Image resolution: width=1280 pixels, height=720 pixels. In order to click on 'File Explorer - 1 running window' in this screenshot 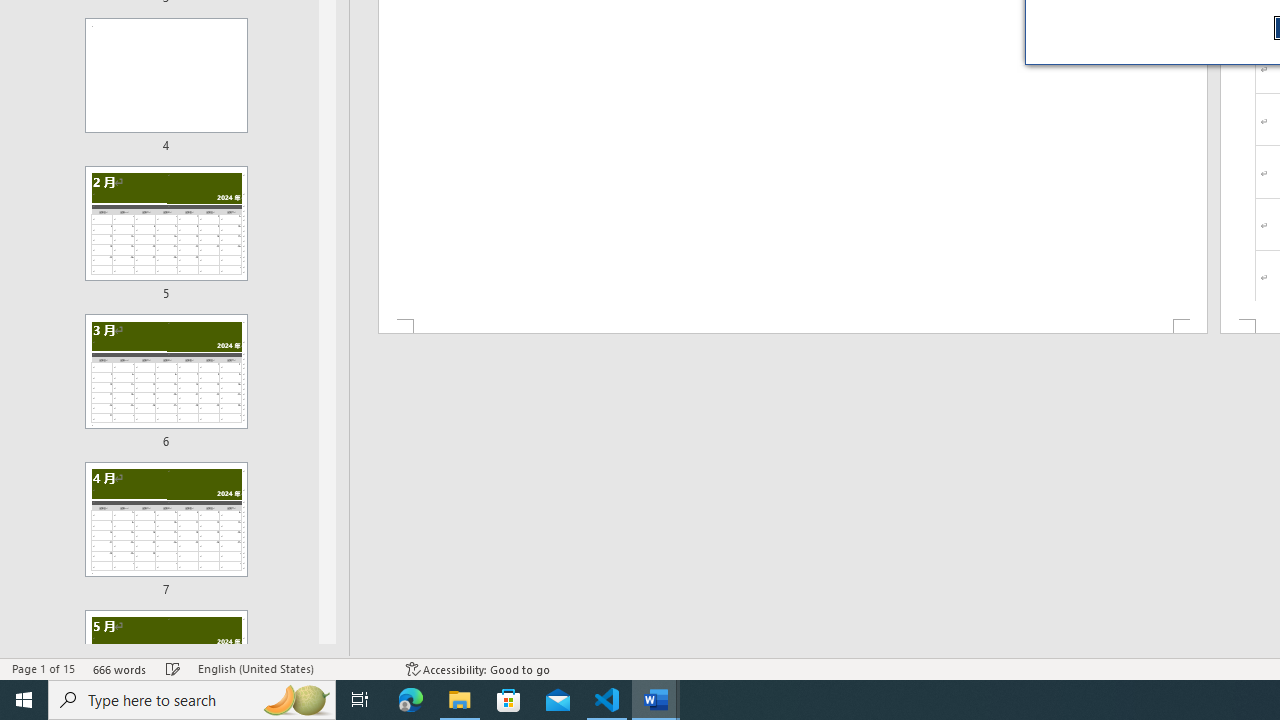, I will do `click(459, 698)`.